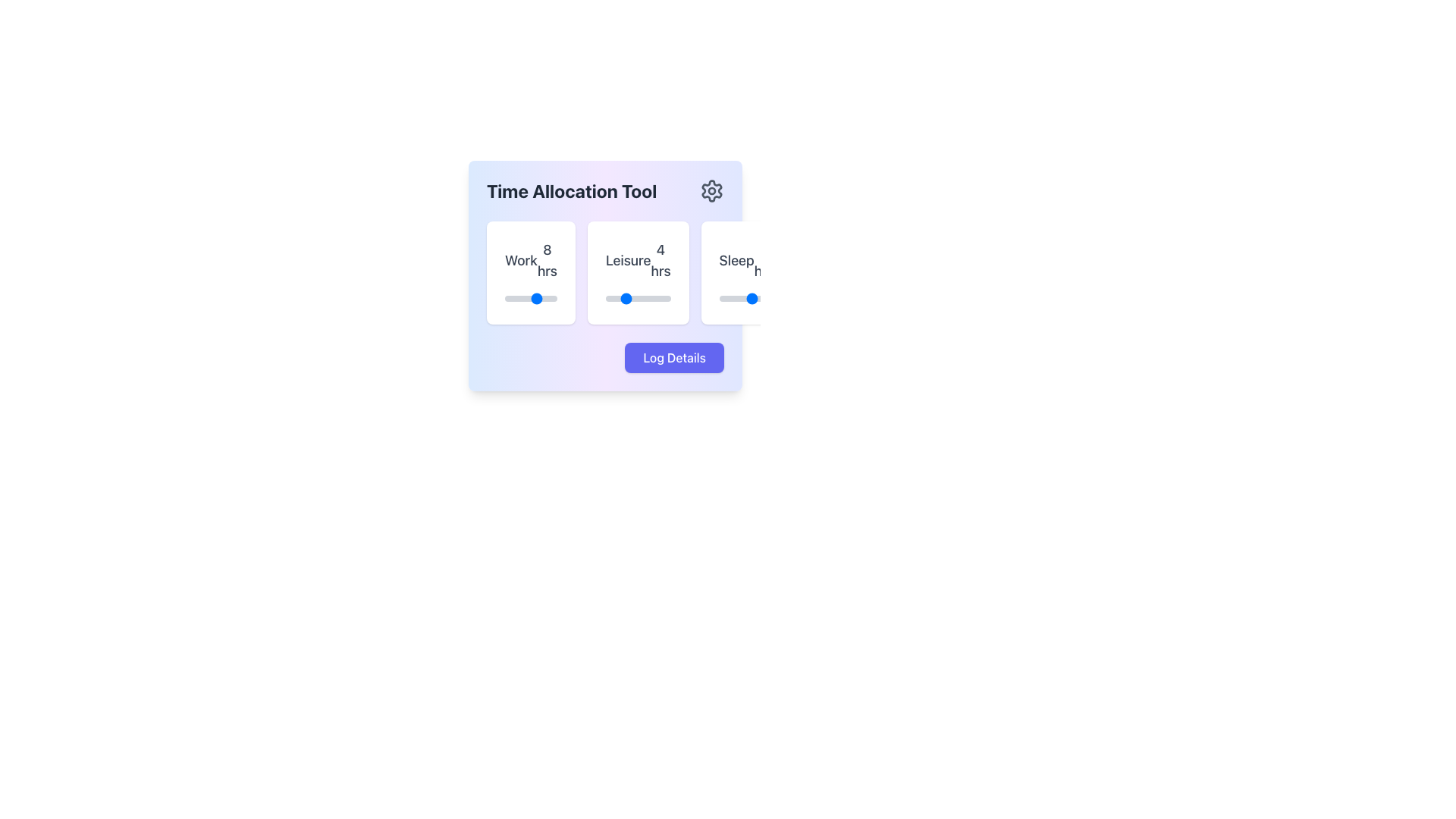 This screenshot has width=1456, height=819. What do you see at coordinates (543, 298) in the screenshot?
I see `work hours` at bounding box center [543, 298].